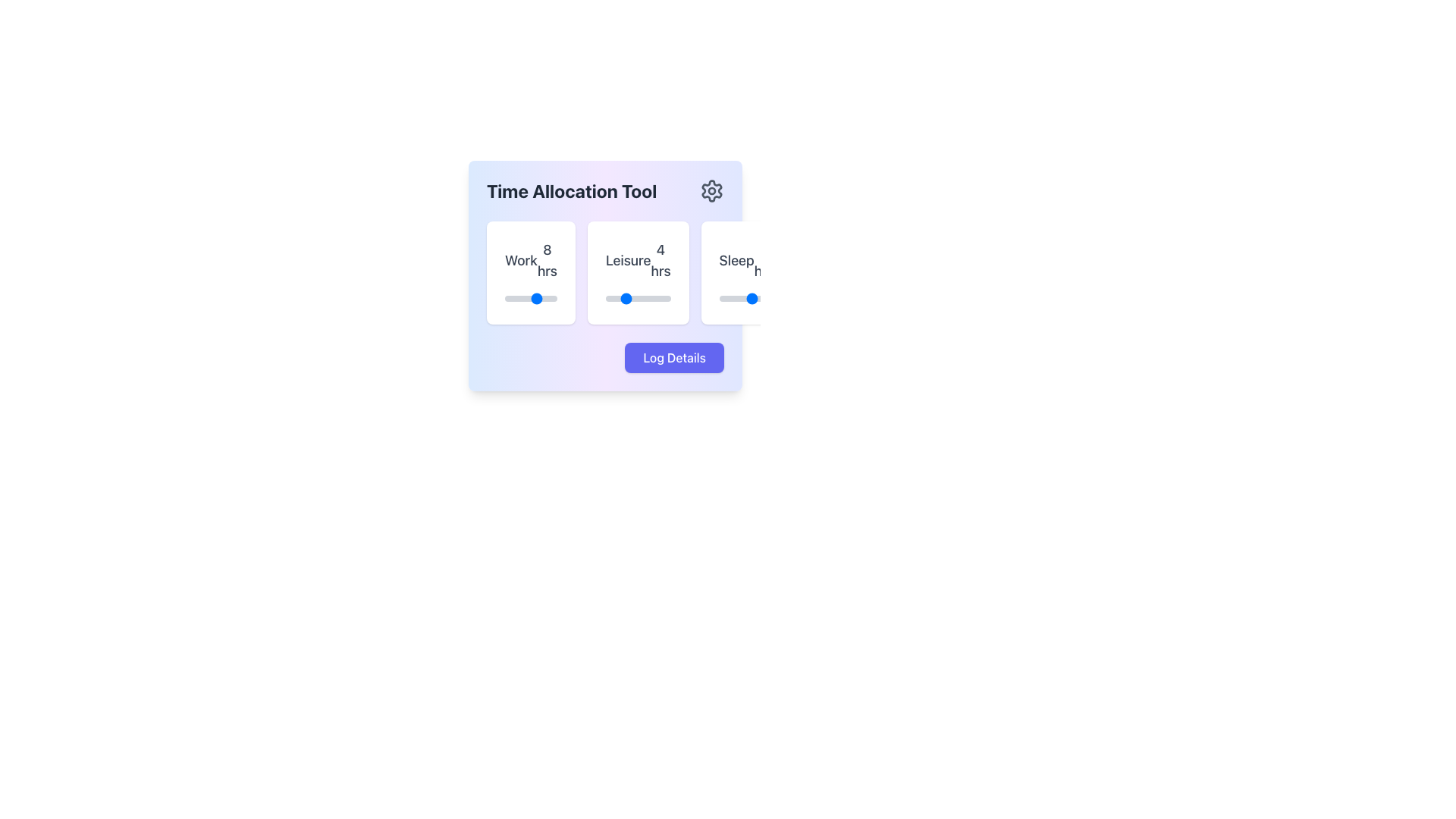 This screenshot has width=1456, height=819. What do you see at coordinates (543, 298) in the screenshot?
I see `work hours` at bounding box center [543, 298].